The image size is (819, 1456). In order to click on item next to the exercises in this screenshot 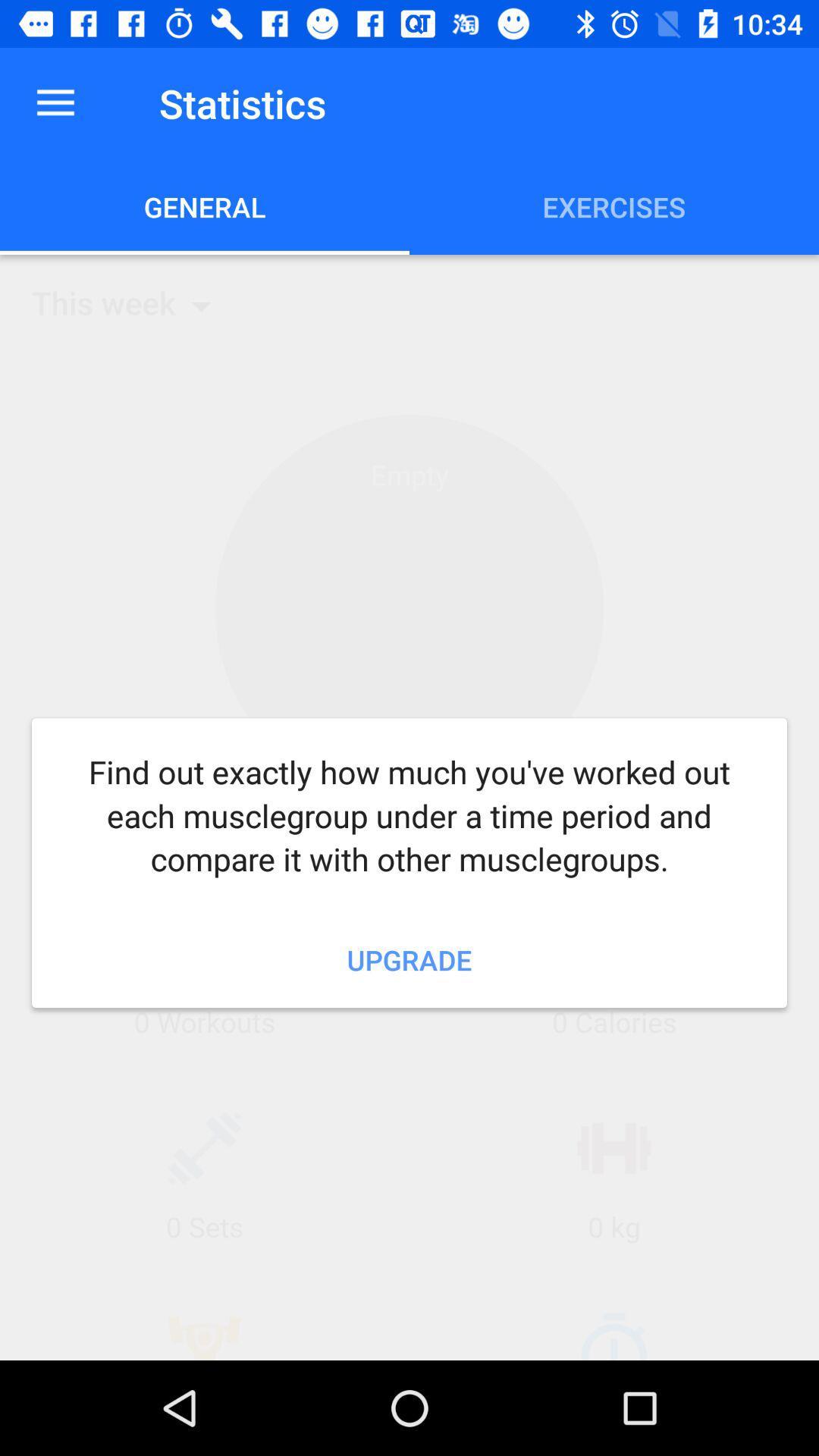, I will do `click(205, 206)`.